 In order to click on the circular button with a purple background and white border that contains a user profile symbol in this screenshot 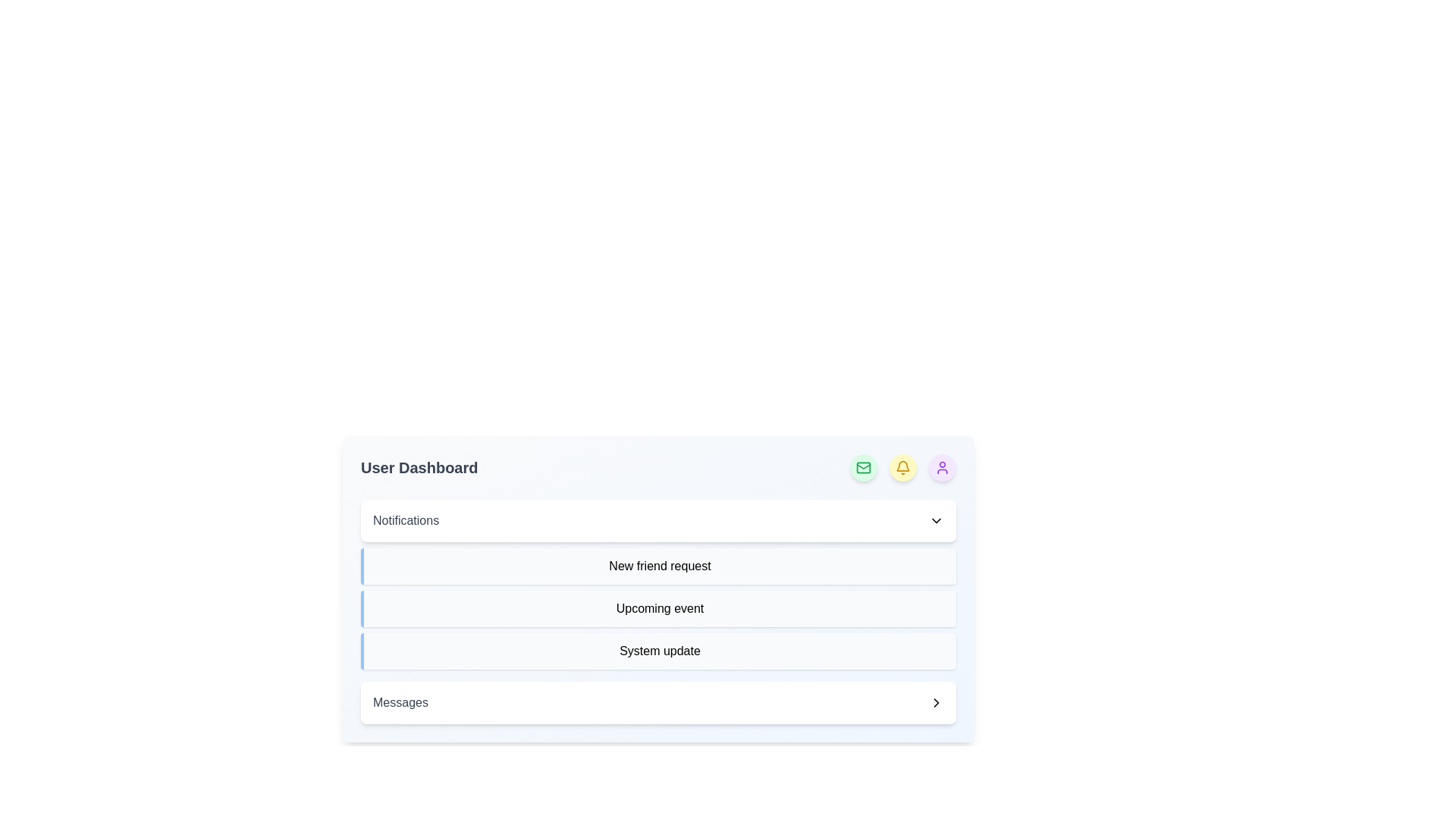, I will do `click(942, 467)`.